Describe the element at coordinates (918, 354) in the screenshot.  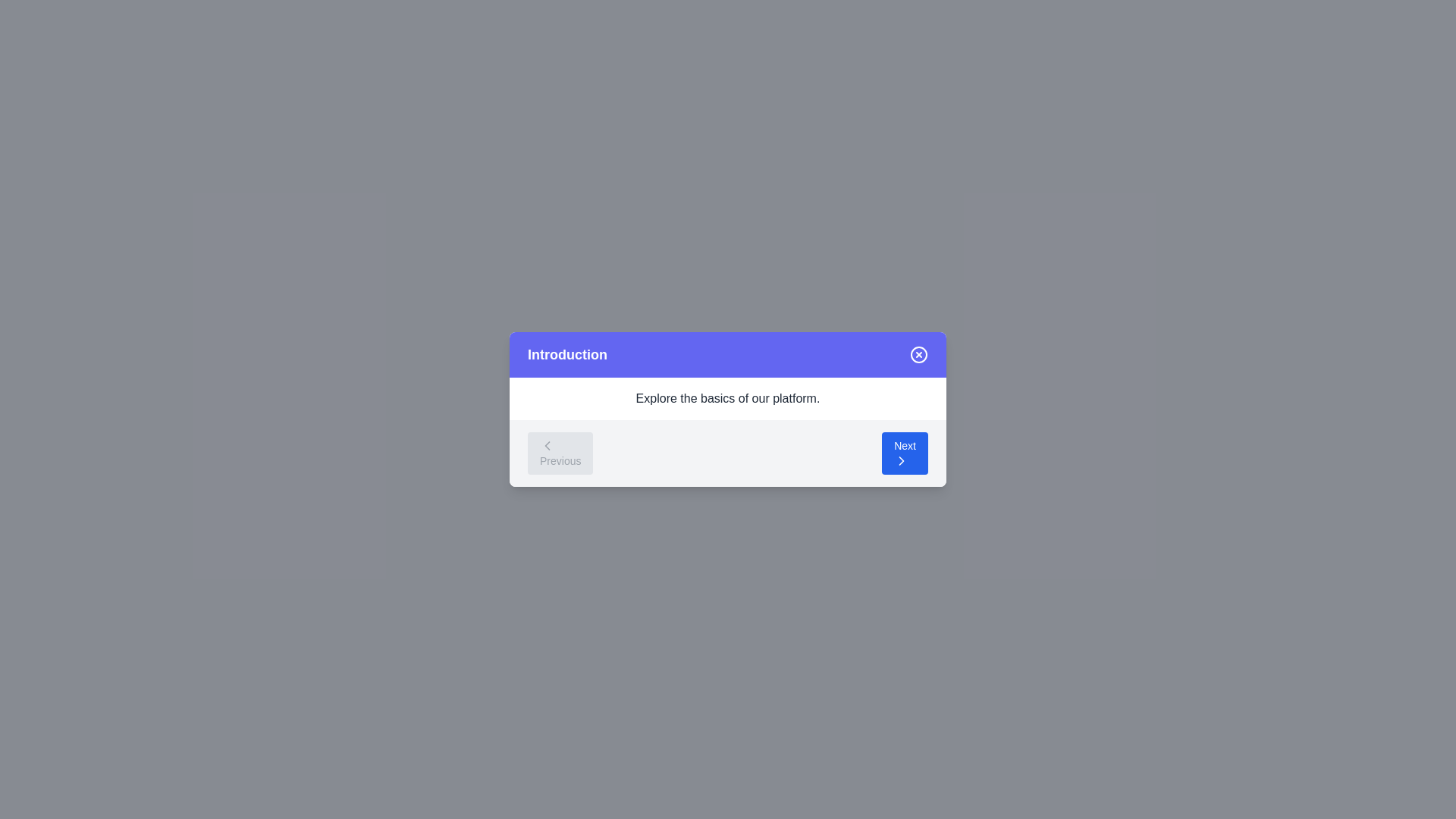
I see `the circular button with a cross ('X') symbol inside it, which is styled with a blue background and white accents, located at the top-right corner of the 'Introduction' header` at that location.